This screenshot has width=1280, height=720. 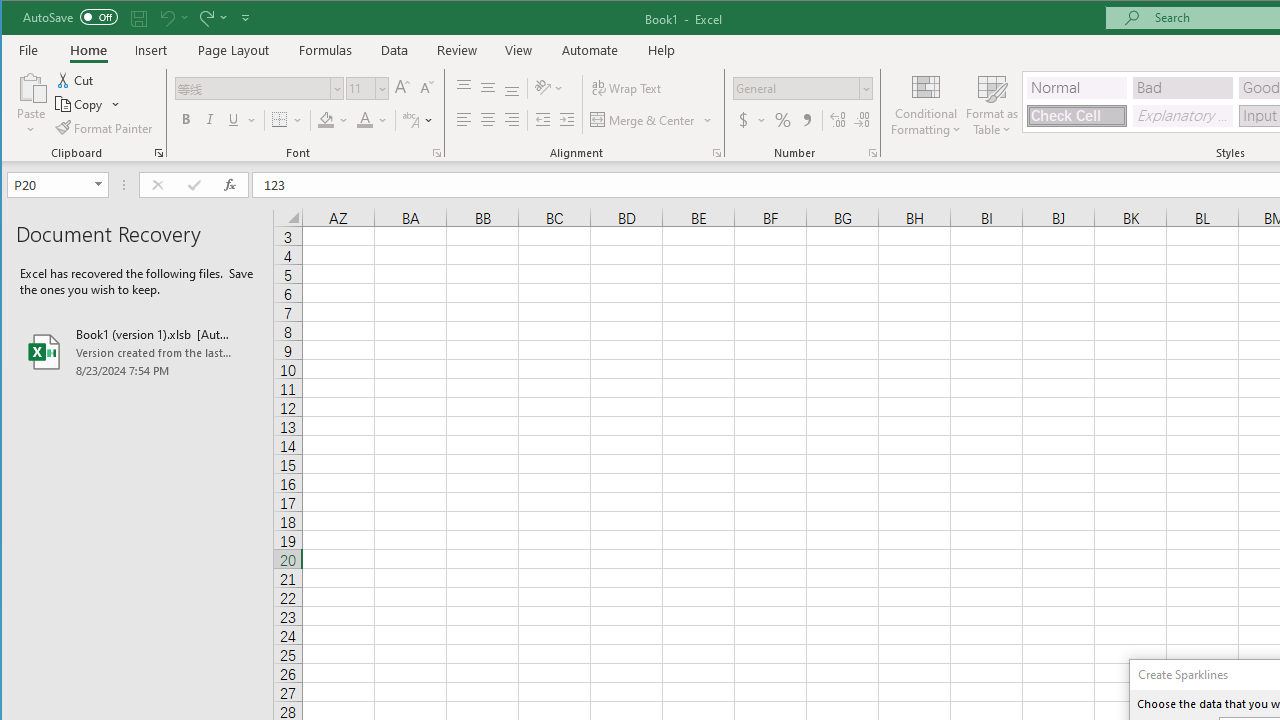 I want to click on 'Format Painter', so click(x=104, y=128).